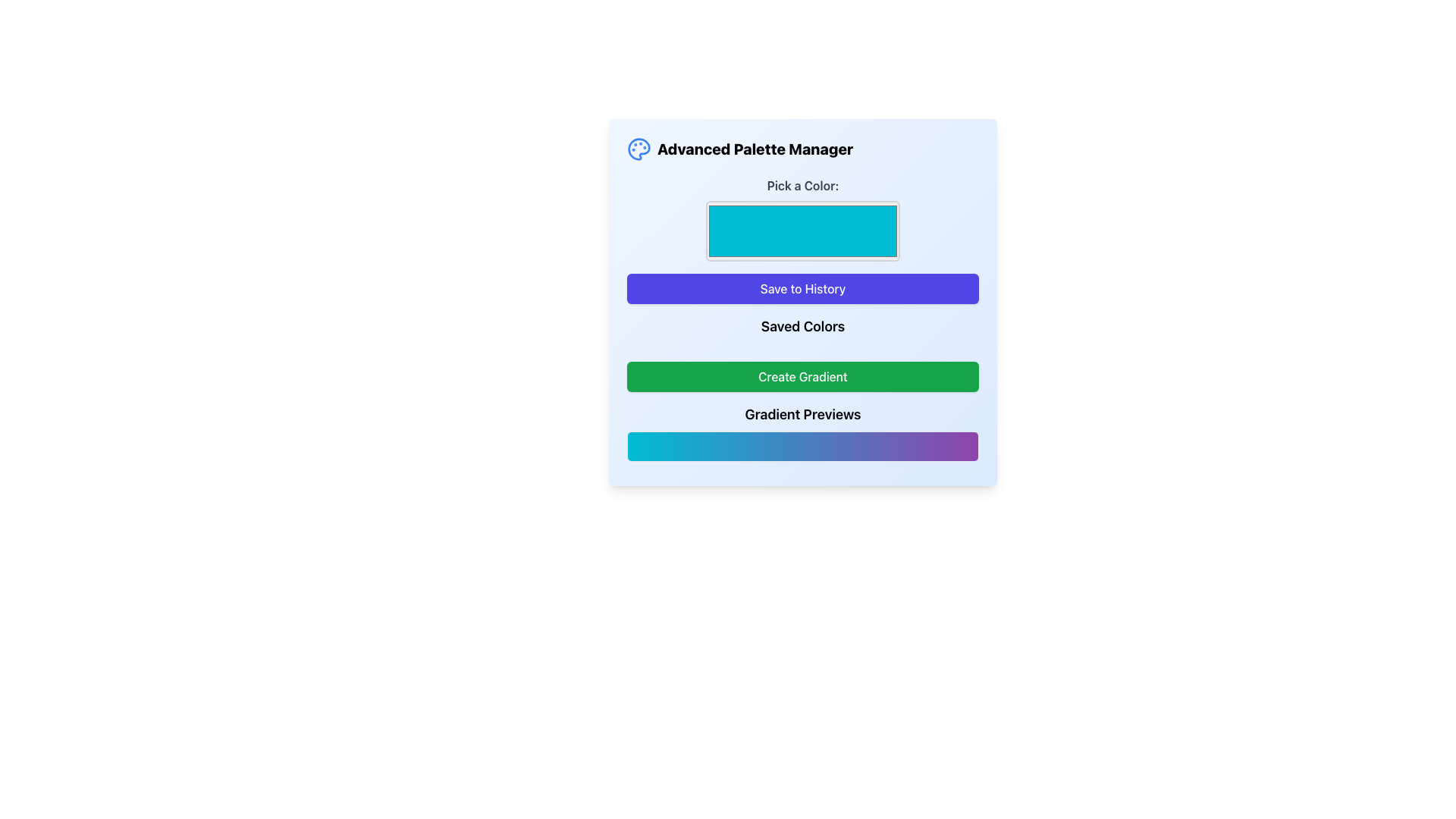 This screenshot has width=1456, height=819. What do you see at coordinates (802, 289) in the screenshot?
I see `the rectangular button with rounded corners that reads 'Save to History'` at bounding box center [802, 289].